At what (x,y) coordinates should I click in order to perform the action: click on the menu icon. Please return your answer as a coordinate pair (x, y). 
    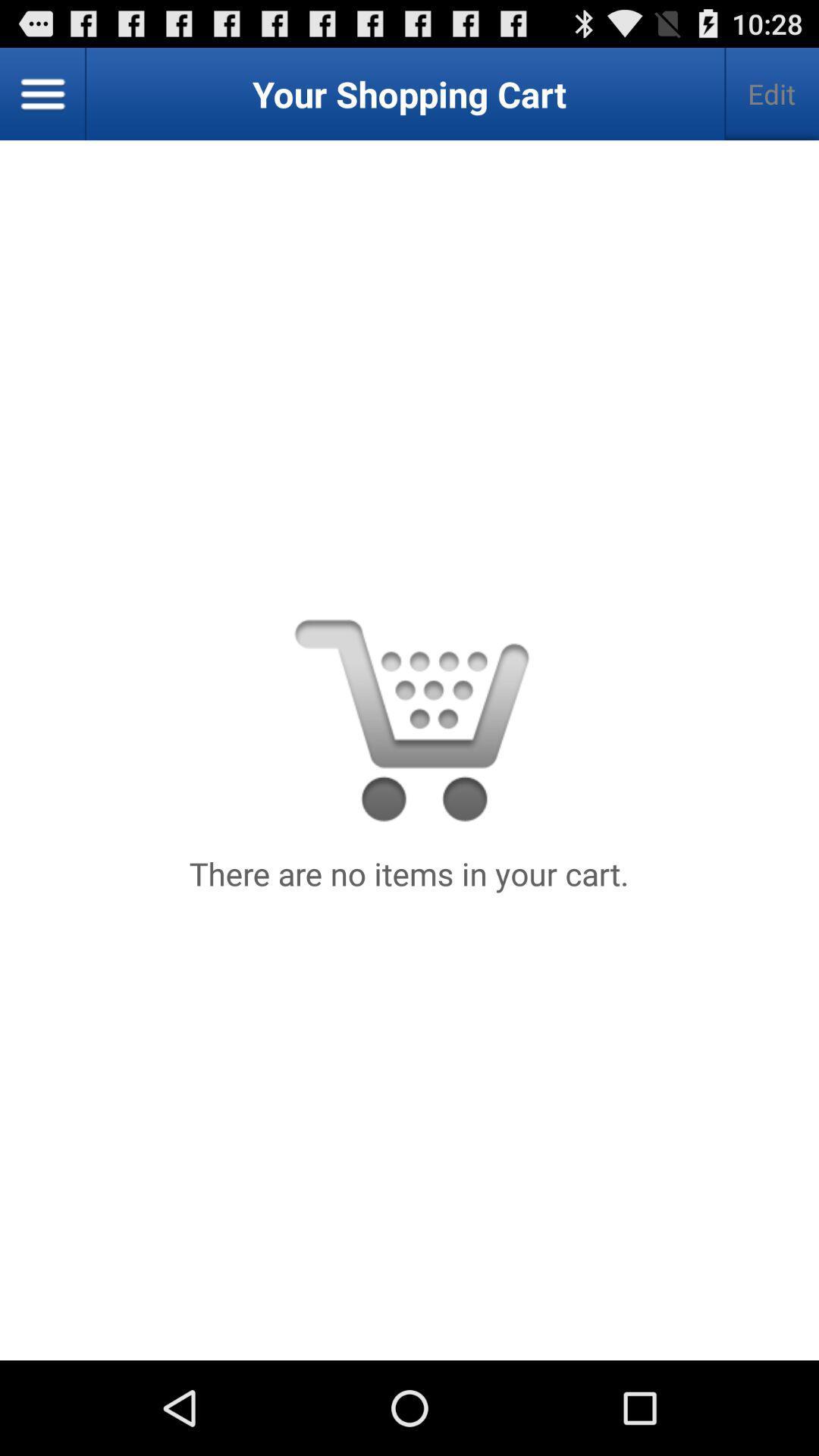
    Looking at the image, I should click on (42, 99).